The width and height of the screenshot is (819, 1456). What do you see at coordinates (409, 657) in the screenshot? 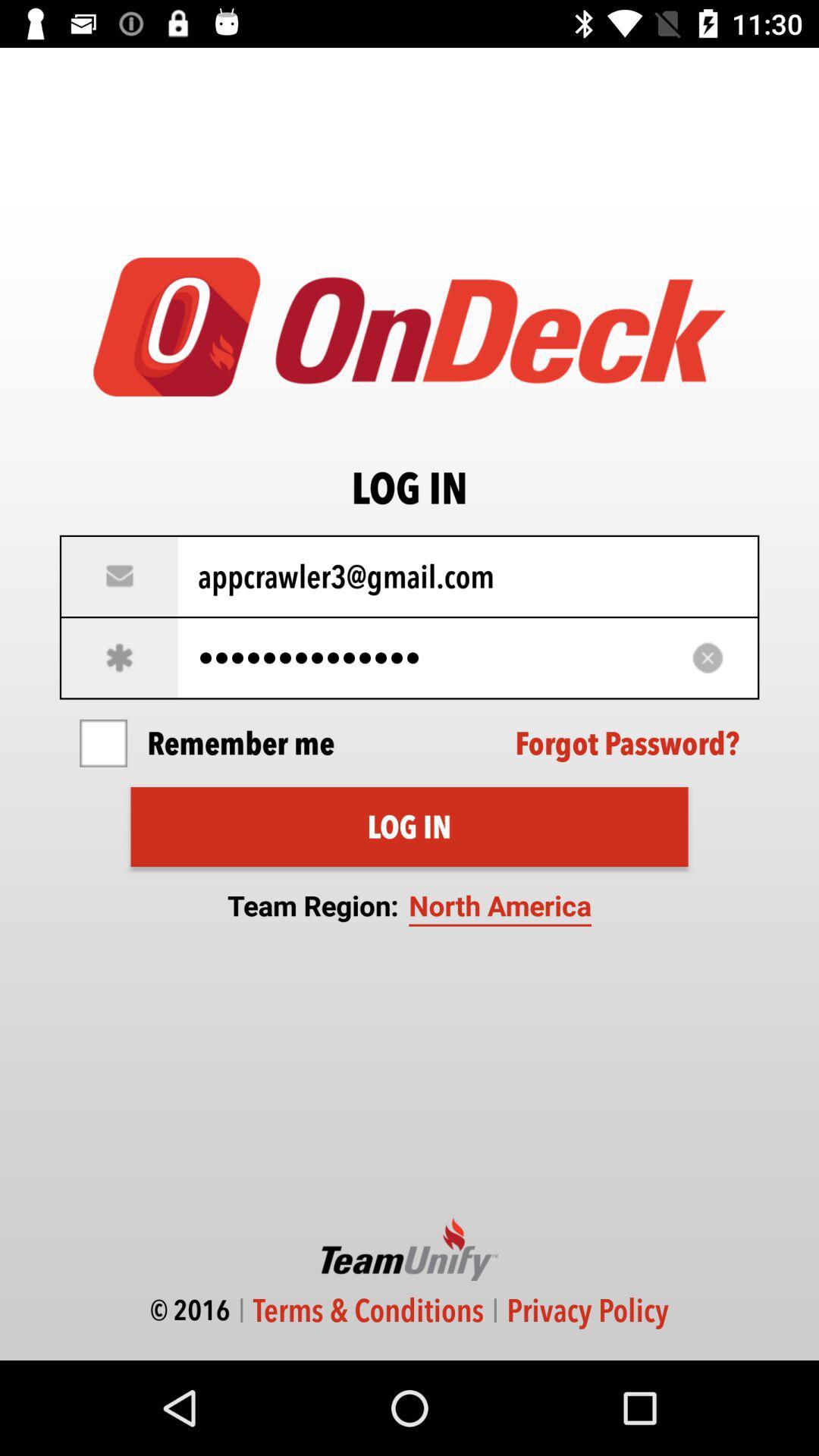
I see `the icon below appcrawler3@gmail.com icon` at bounding box center [409, 657].